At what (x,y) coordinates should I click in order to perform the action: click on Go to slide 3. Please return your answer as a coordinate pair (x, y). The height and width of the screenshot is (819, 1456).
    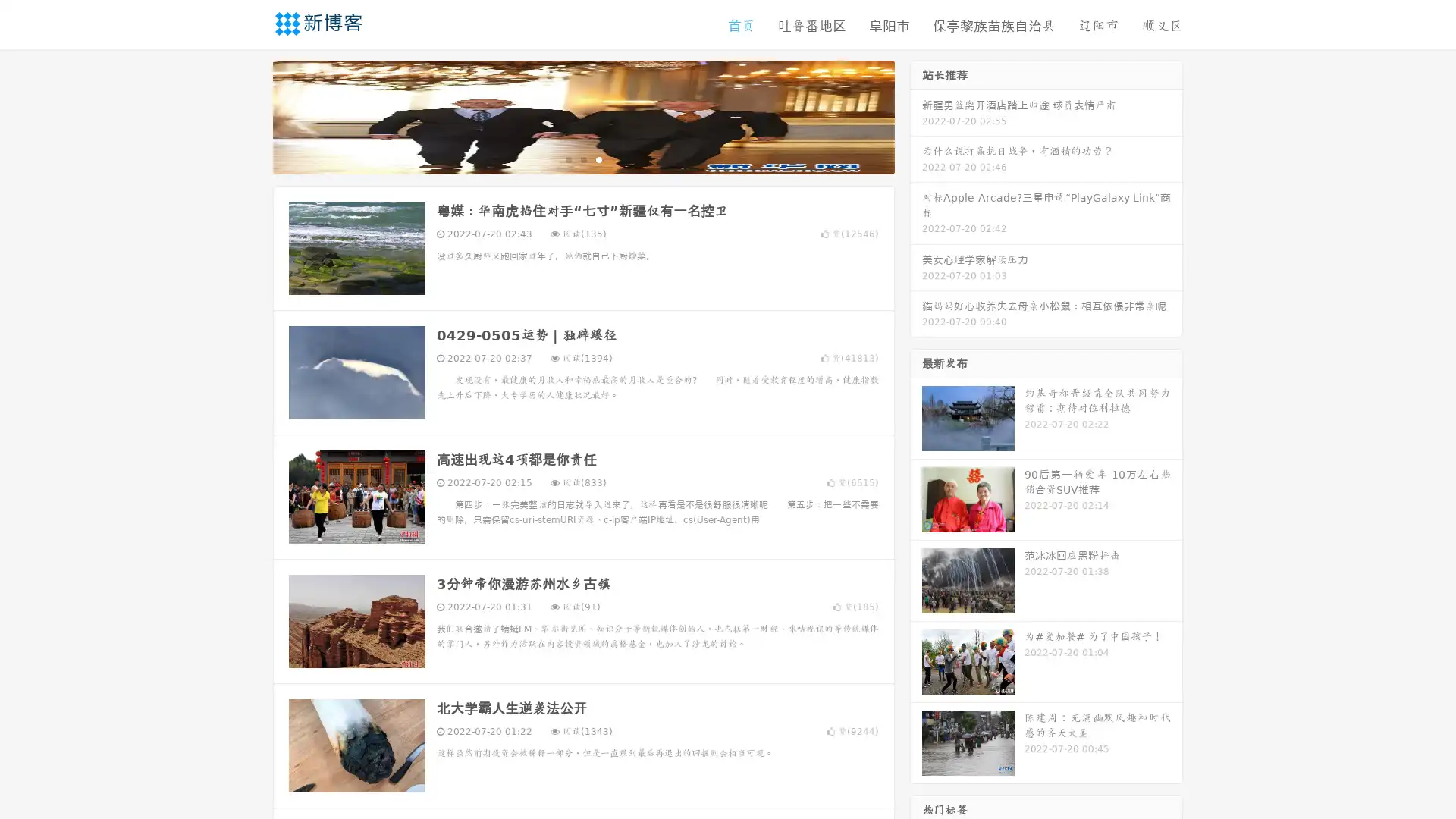
    Looking at the image, I should click on (598, 171).